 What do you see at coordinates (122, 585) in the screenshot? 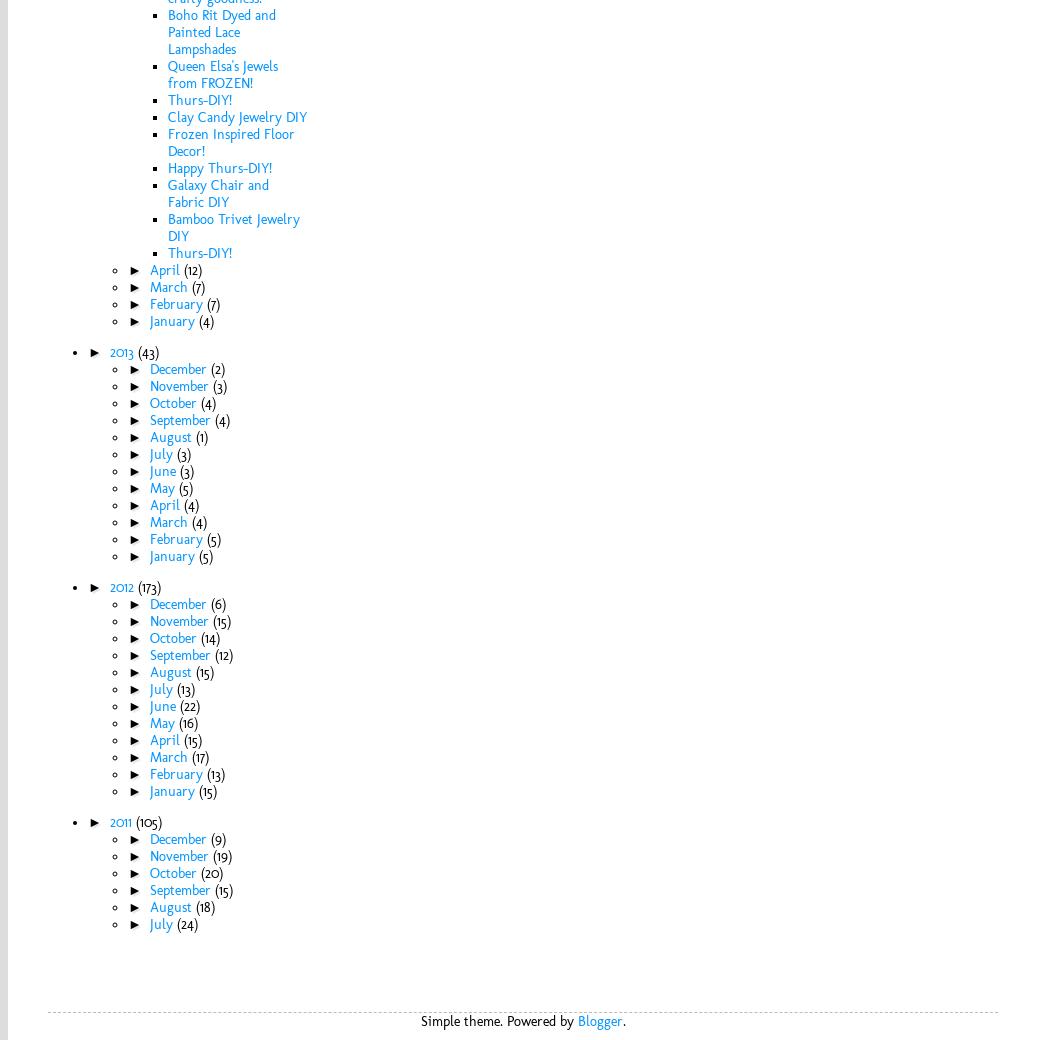
I see `'2012'` at bounding box center [122, 585].